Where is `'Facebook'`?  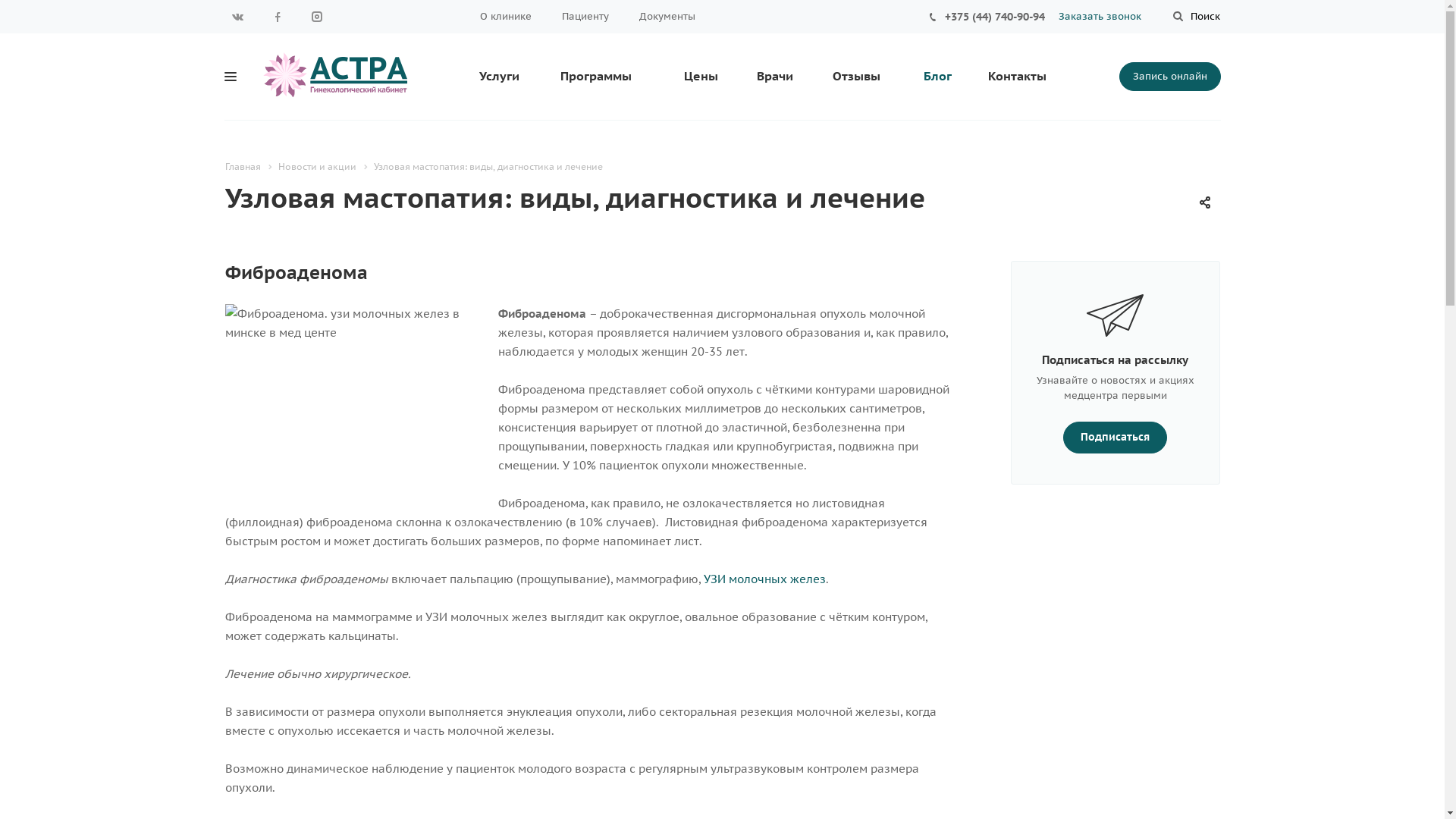 'Facebook' is located at coordinates (276, 17).